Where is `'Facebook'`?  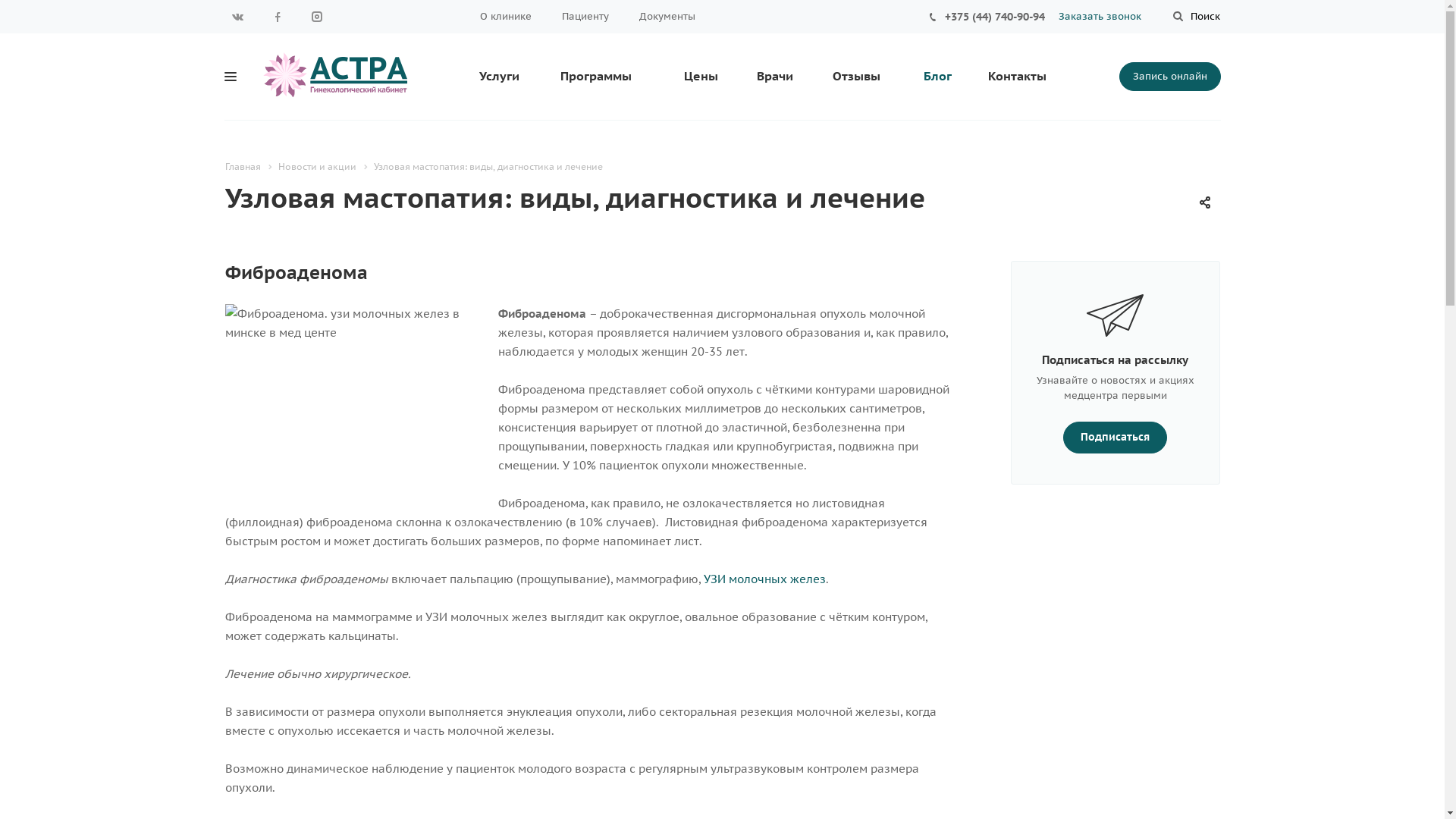 'Facebook' is located at coordinates (276, 17).